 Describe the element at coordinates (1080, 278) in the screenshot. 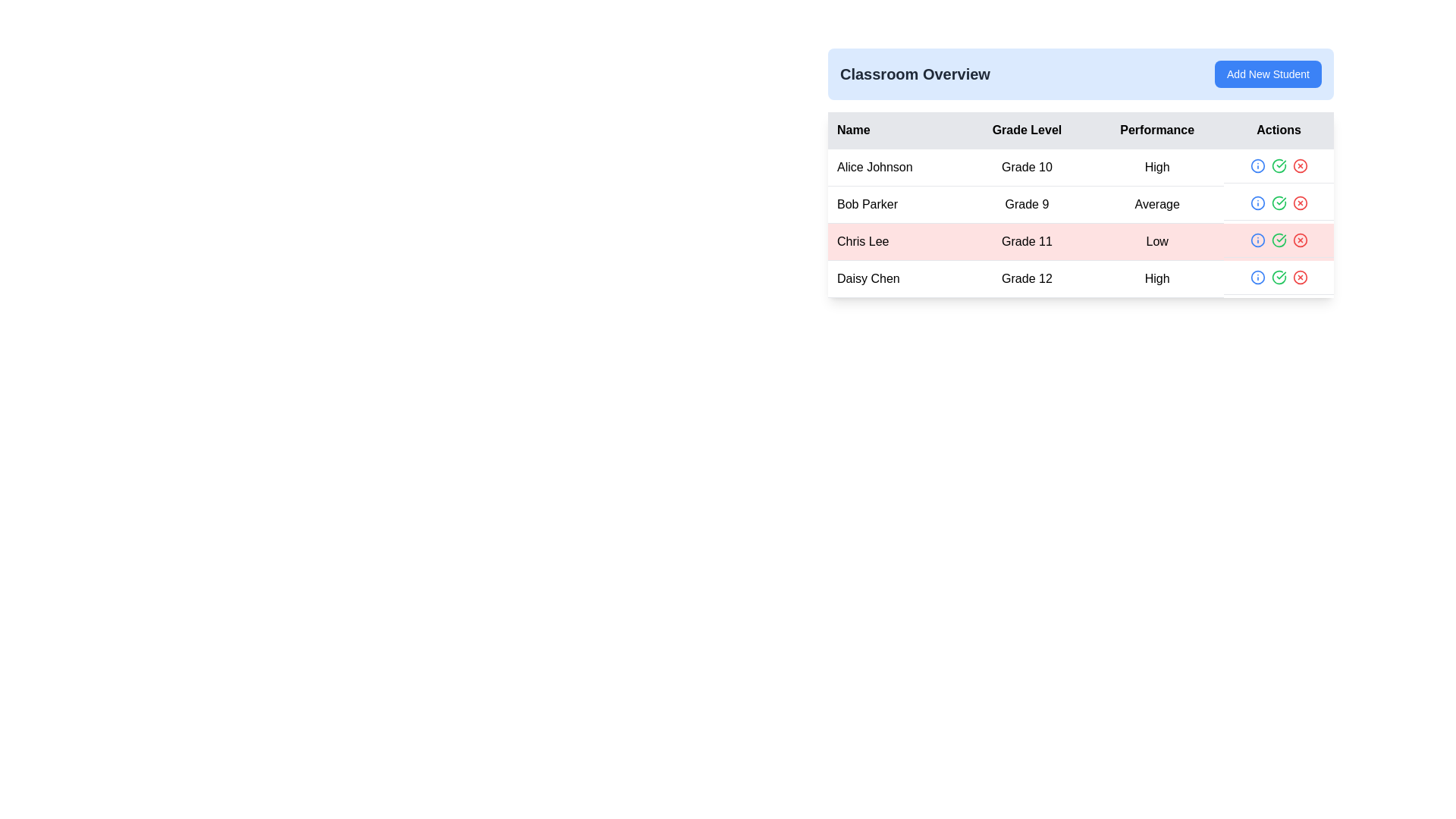

I see `one of the interactive icons in the 'Actions' column of the table row displaying 'Daisy Chen', 'Grade 12', and 'High'. This is the fourth row in the table` at that location.